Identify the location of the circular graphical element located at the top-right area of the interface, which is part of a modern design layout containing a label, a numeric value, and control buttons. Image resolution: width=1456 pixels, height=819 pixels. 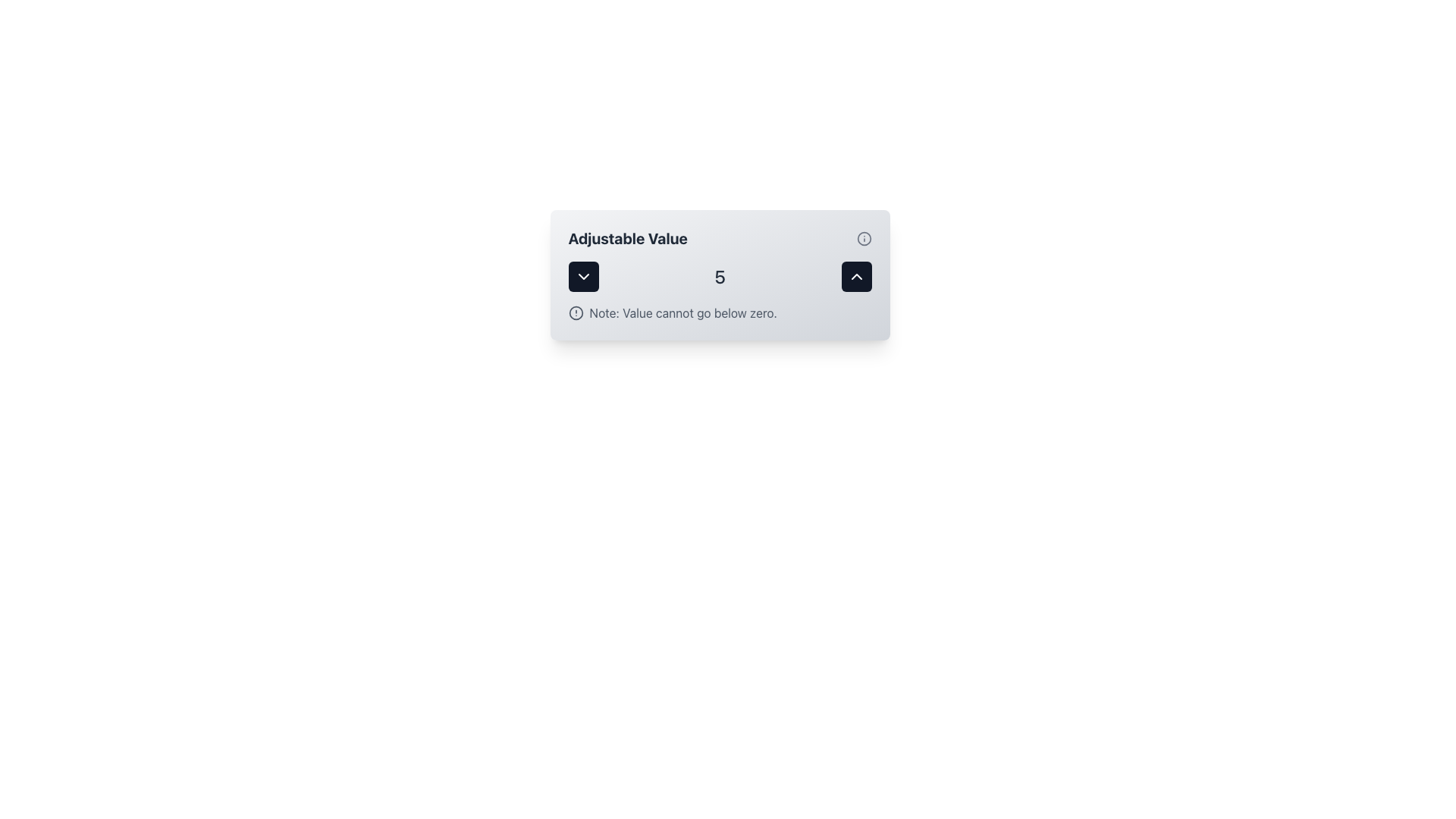
(864, 239).